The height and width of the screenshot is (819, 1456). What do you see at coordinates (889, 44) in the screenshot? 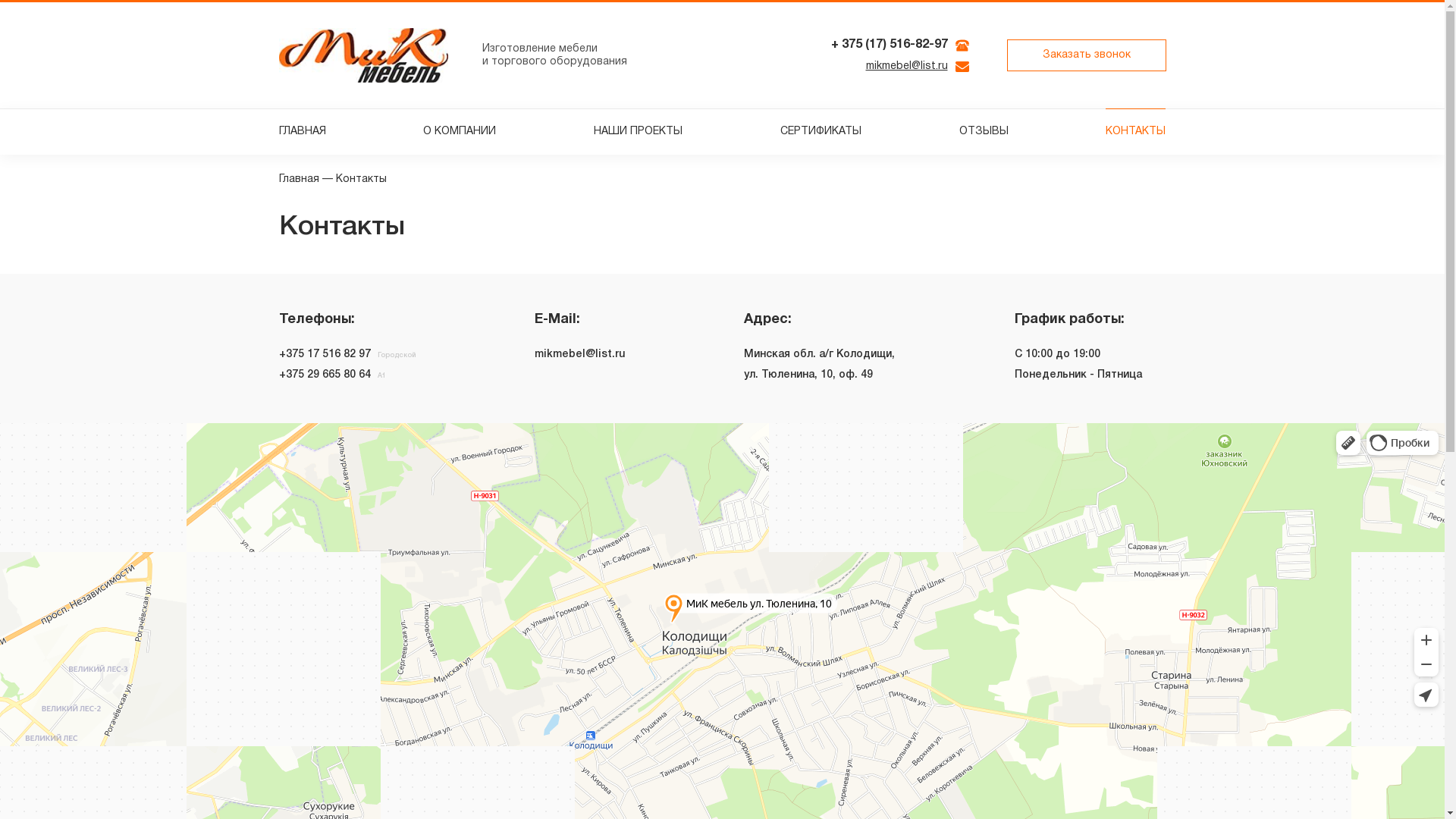
I see `'+ 375 (17) 516-82-97'` at bounding box center [889, 44].